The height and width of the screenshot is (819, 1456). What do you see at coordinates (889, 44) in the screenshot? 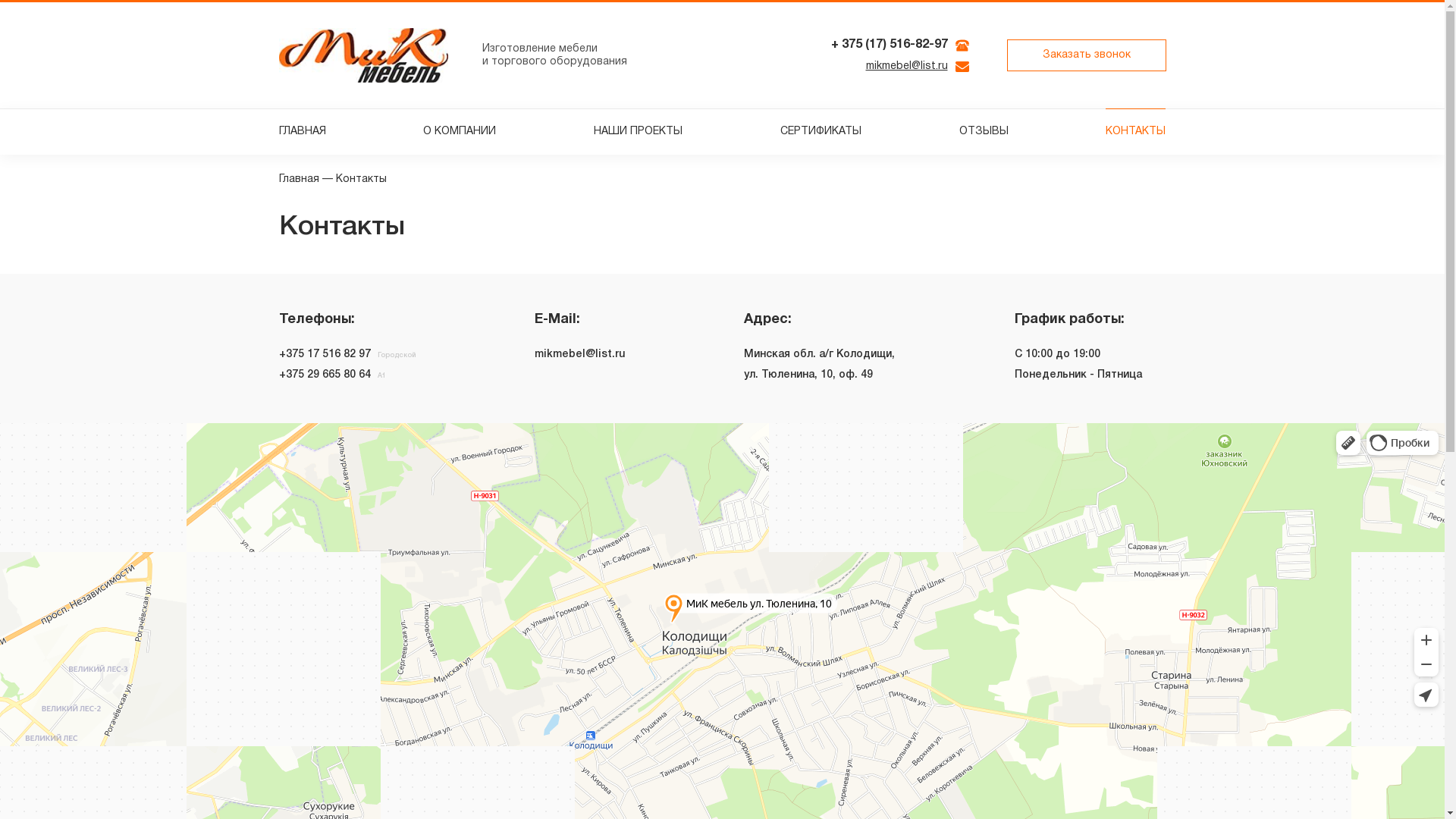
I see `'+ 375 (17) 516-82-97'` at bounding box center [889, 44].